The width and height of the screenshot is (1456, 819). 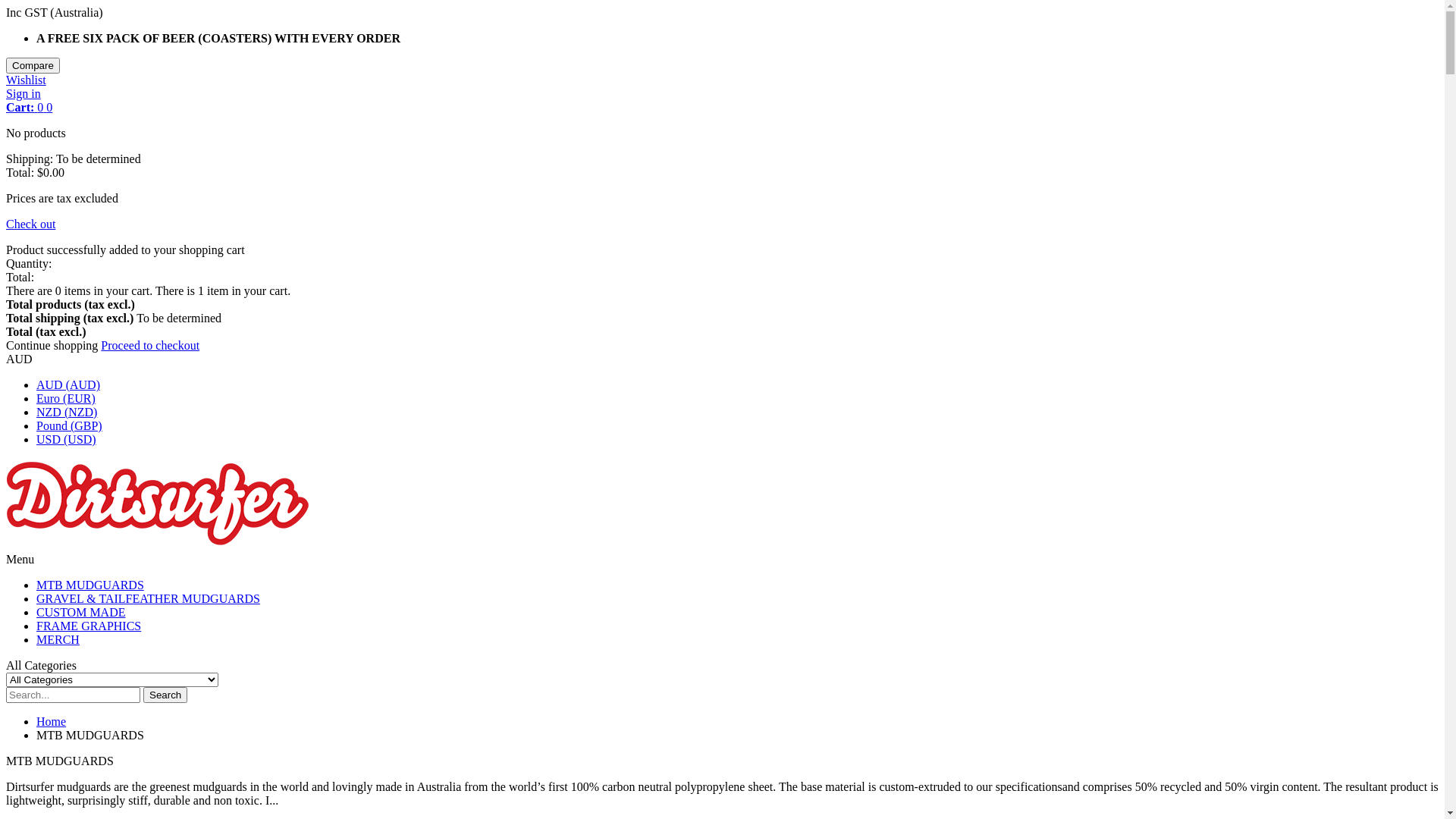 What do you see at coordinates (29, 106) in the screenshot?
I see `'Cart: 0 0'` at bounding box center [29, 106].